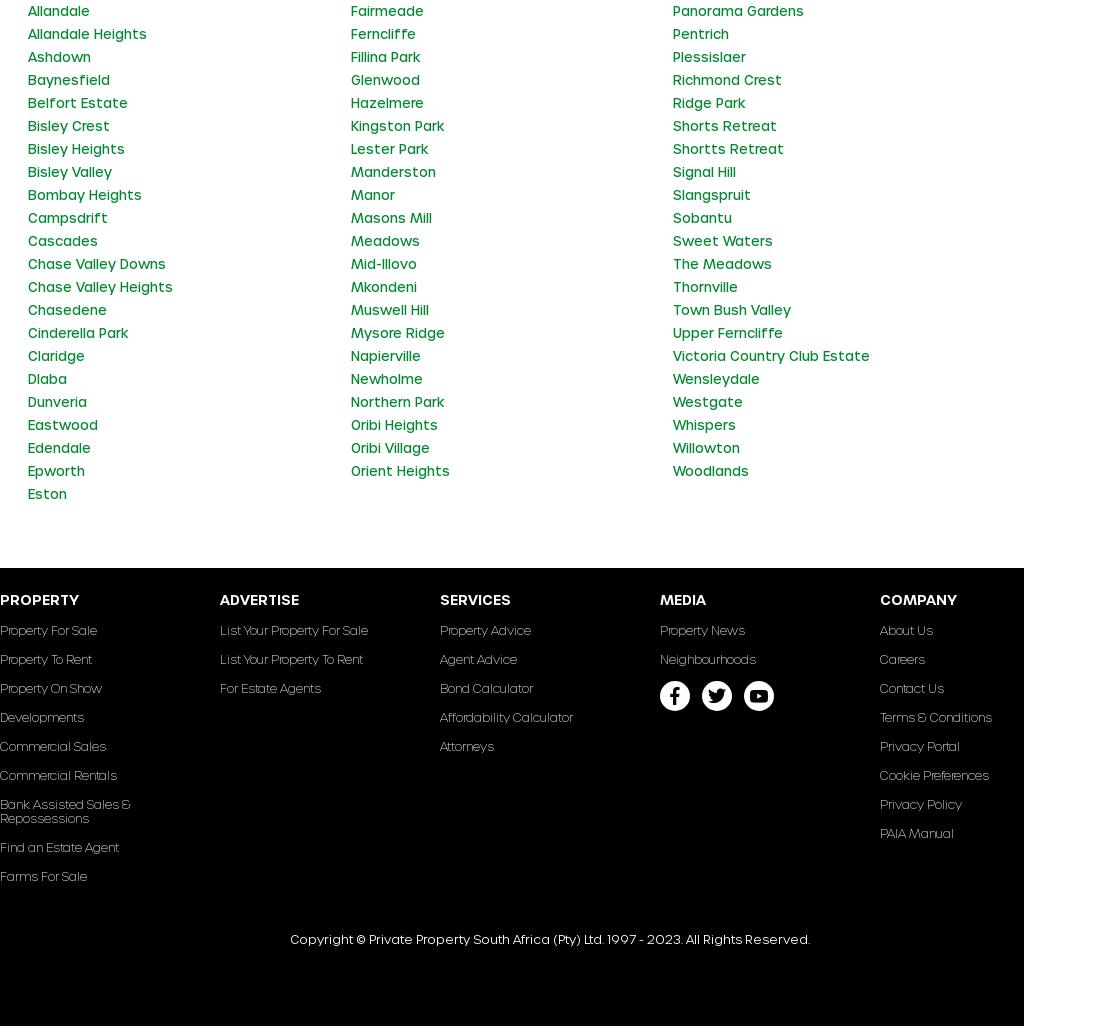  I want to click on 'Allandale', so click(57, 9).